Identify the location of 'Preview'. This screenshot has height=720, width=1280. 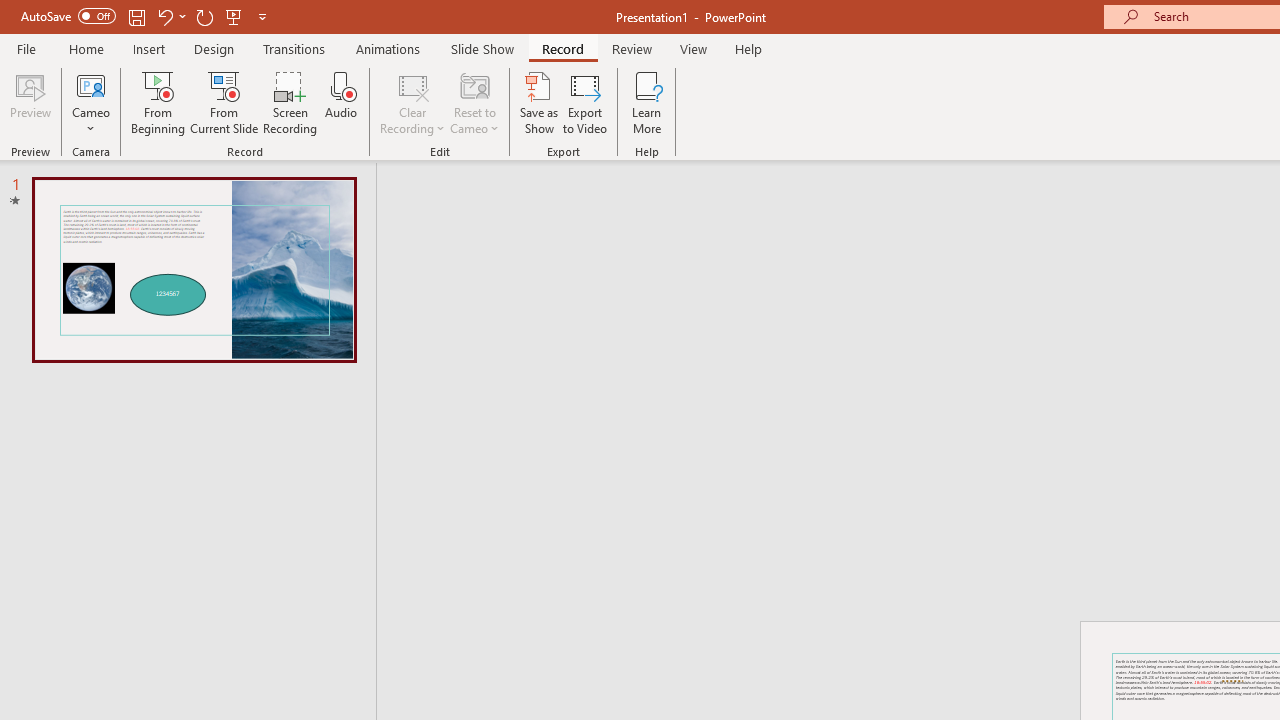
(30, 103).